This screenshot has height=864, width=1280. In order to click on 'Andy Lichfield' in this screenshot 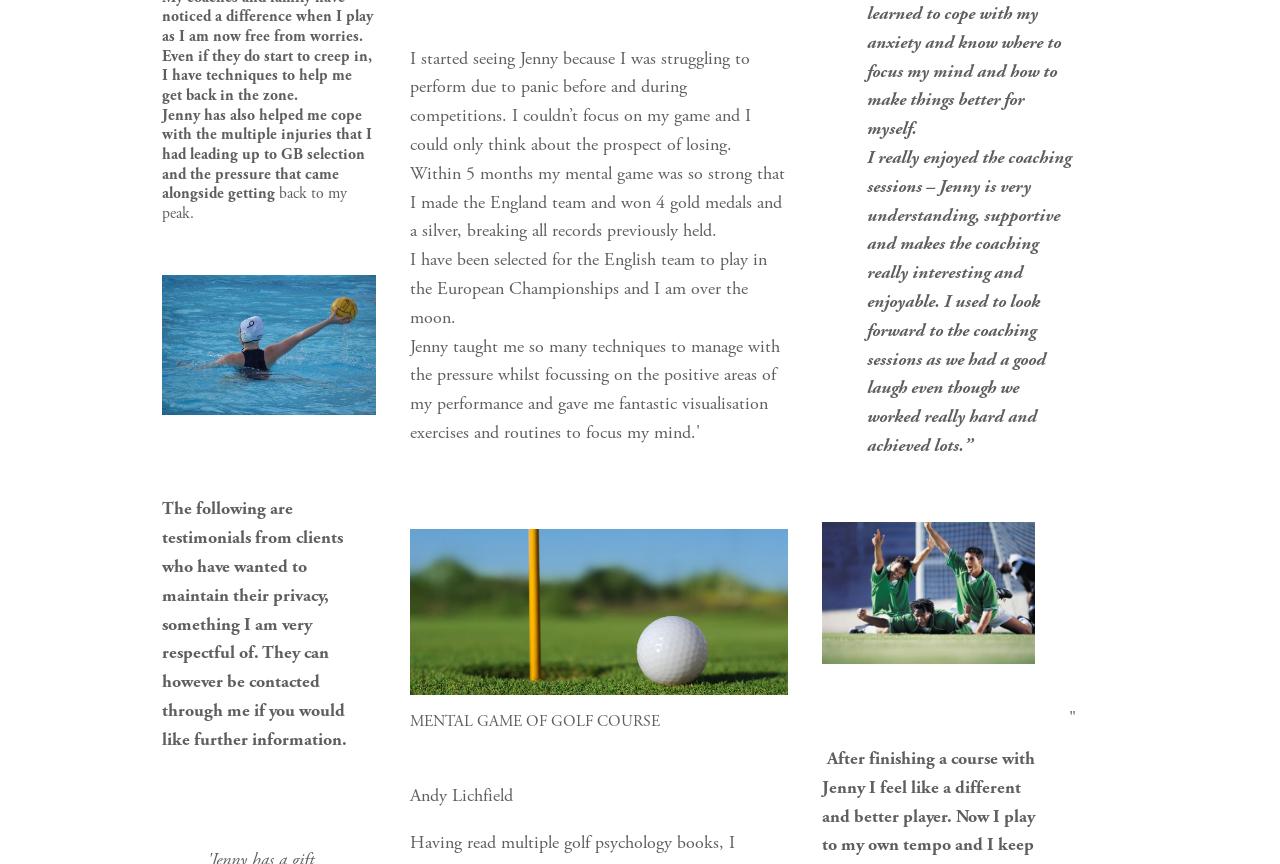, I will do `click(459, 794)`.